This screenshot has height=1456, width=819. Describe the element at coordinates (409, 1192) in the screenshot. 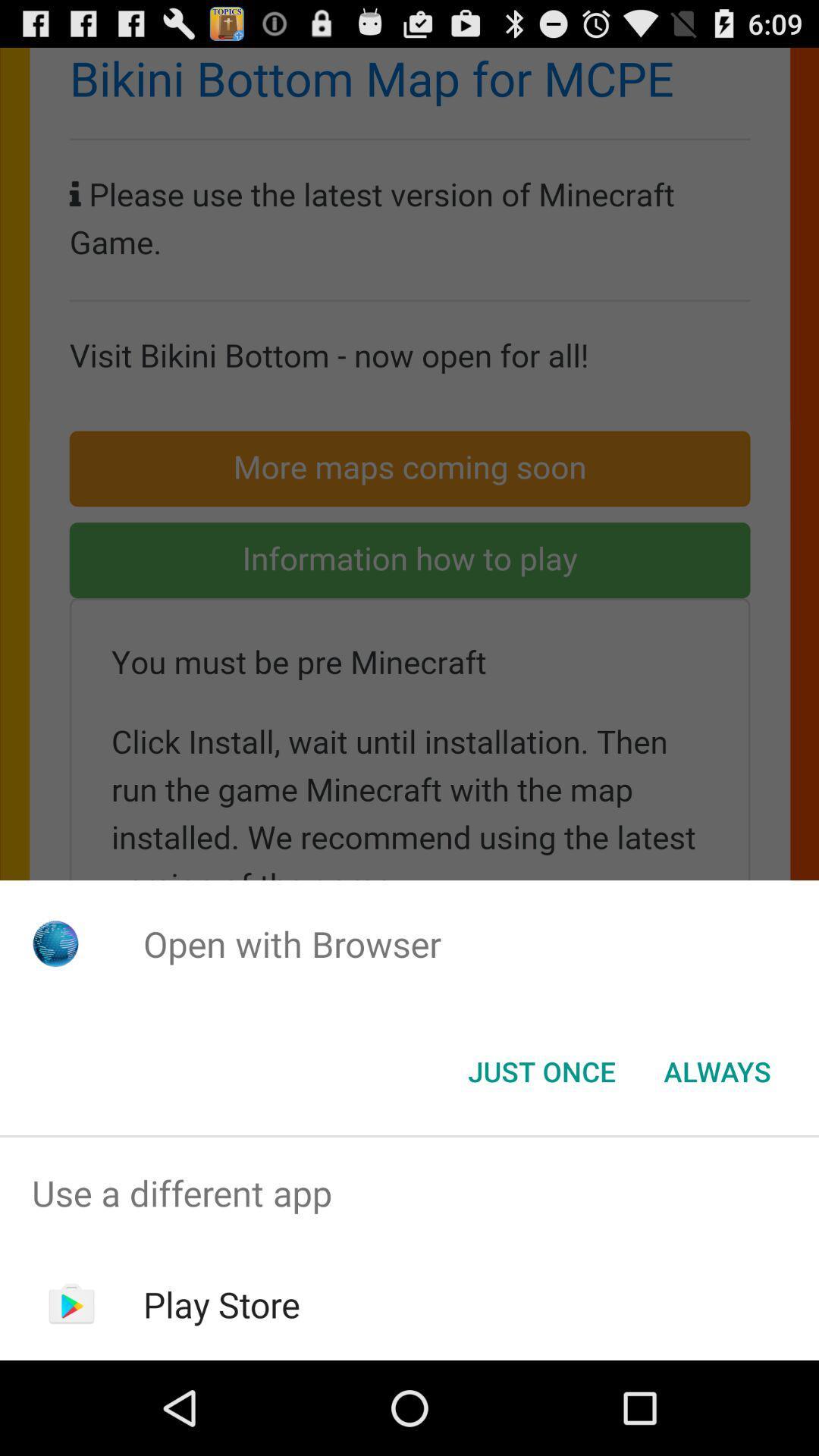

I see `item above the play store app` at that location.